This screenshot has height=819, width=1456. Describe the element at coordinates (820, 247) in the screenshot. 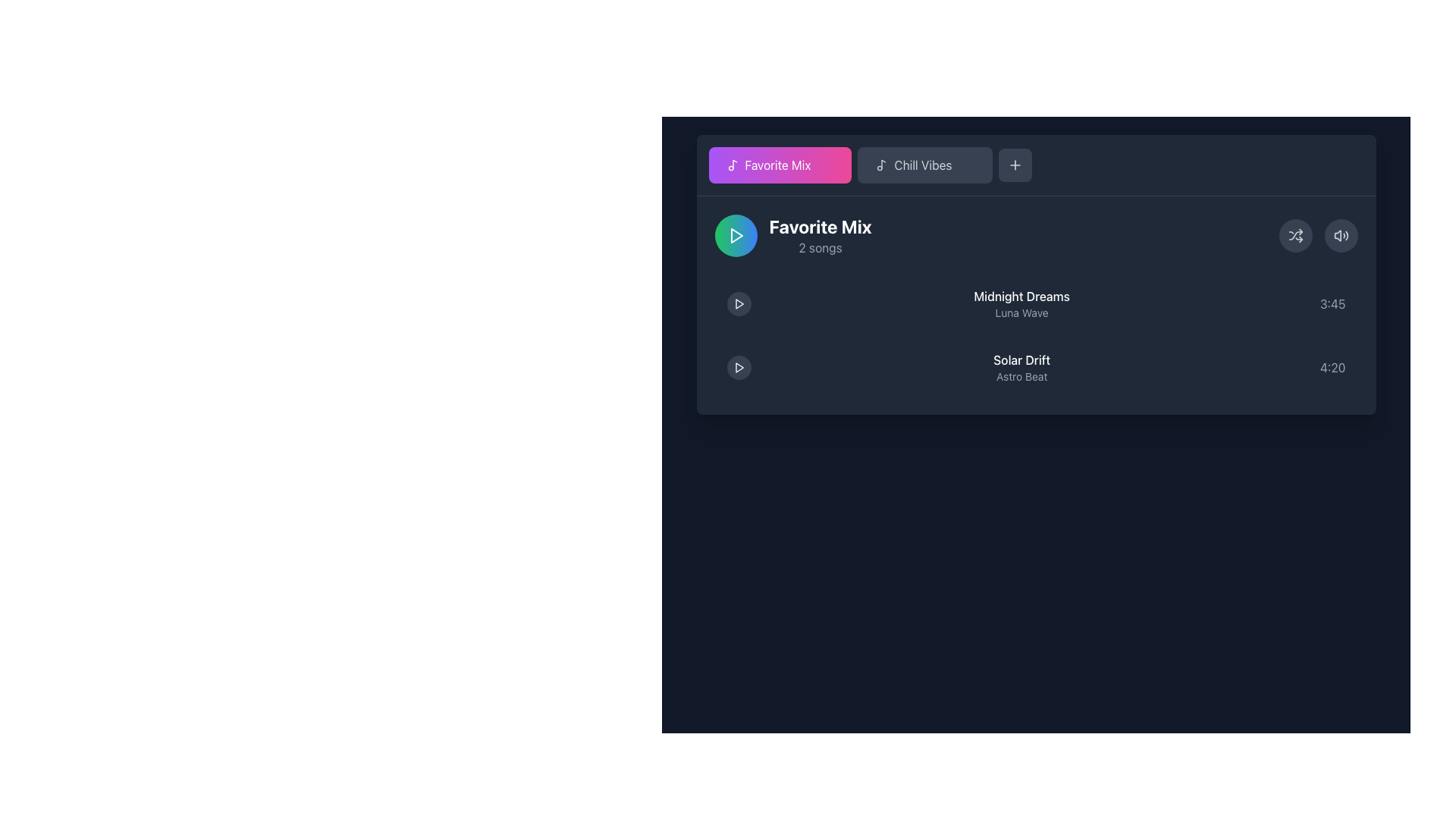

I see `the text label indicating the total number of songs in the 'Favorite Mix' playlist, which displays '2 songs'` at that location.